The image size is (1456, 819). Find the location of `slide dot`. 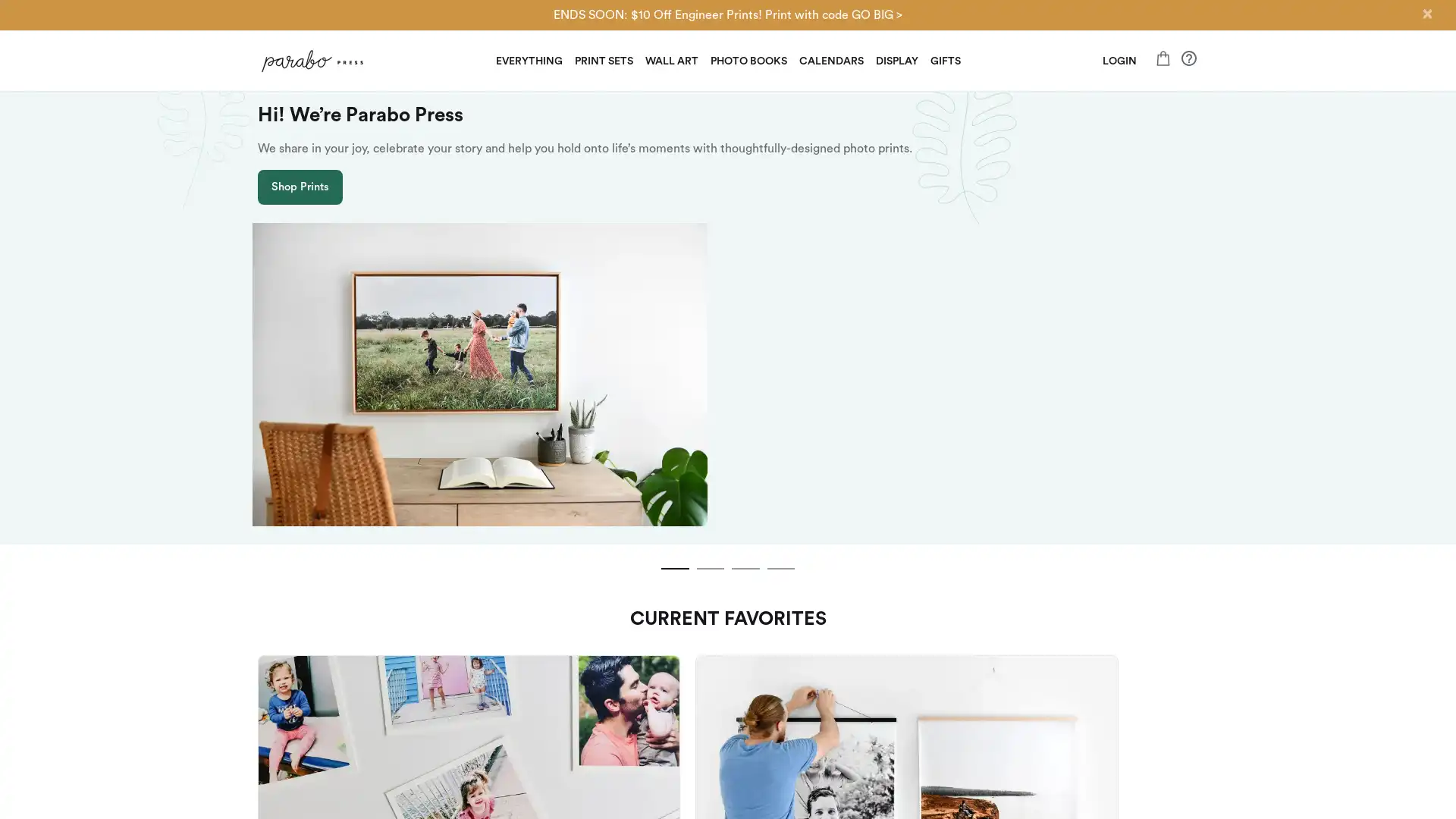

slide dot is located at coordinates (704, 419).